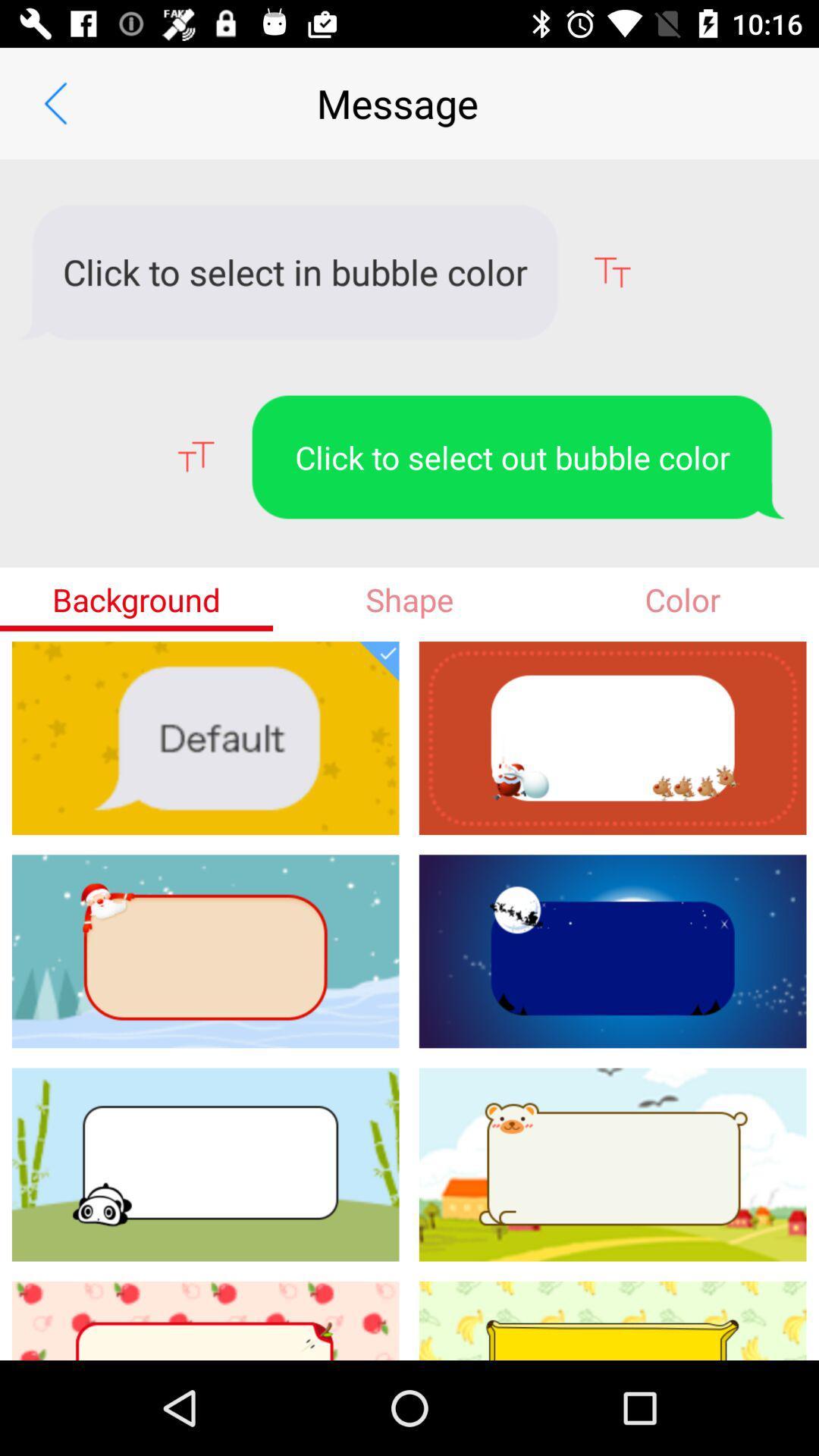  What do you see at coordinates (55, 102) in the screenshot?
I see `icon next to the message app` at bounding box center [55, 102].